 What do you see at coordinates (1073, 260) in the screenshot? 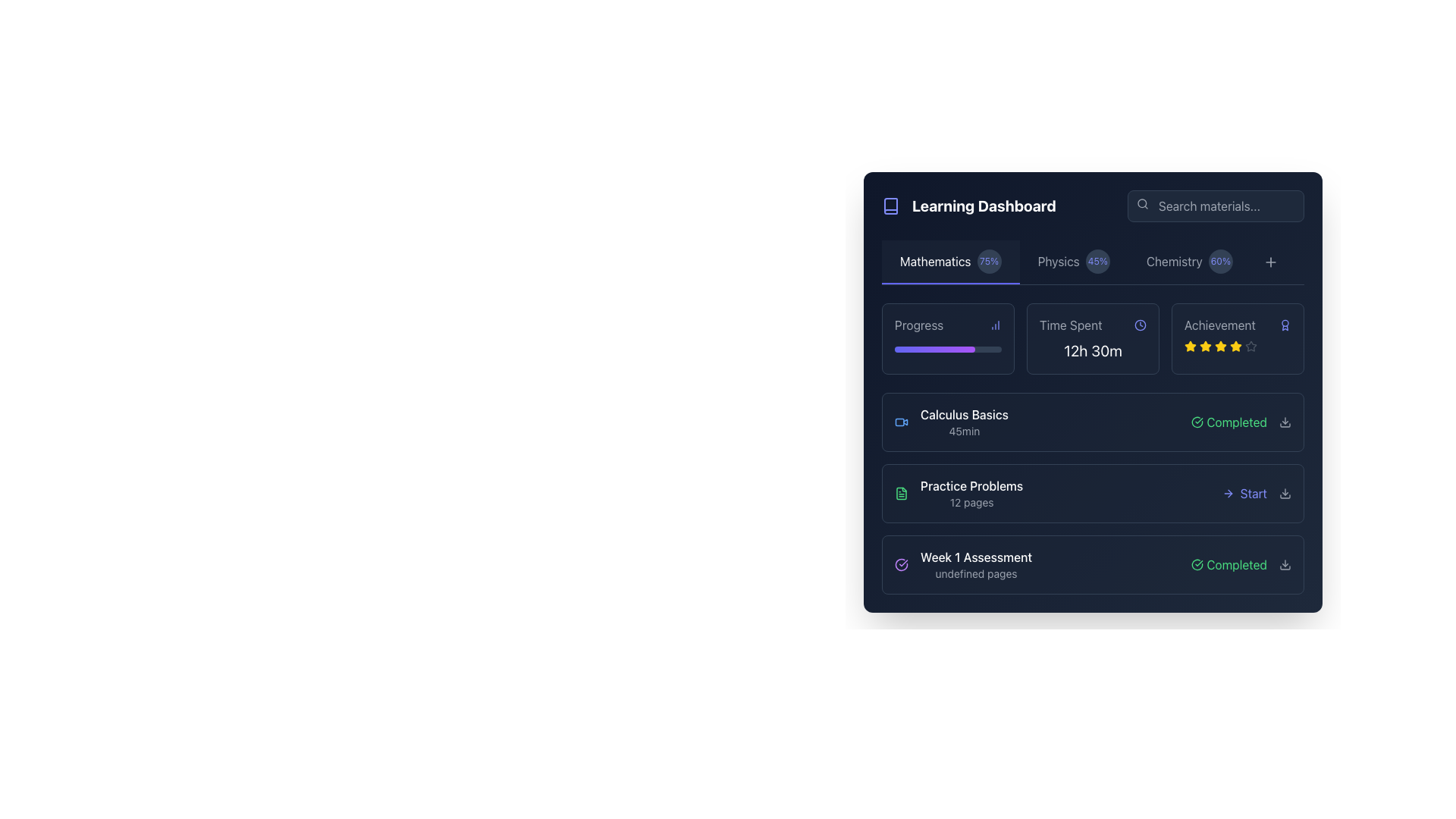
I see `the composite display element labeled 'Physics' which includes a progress indicator showing '45%'` at bounding box center [1073, 260].